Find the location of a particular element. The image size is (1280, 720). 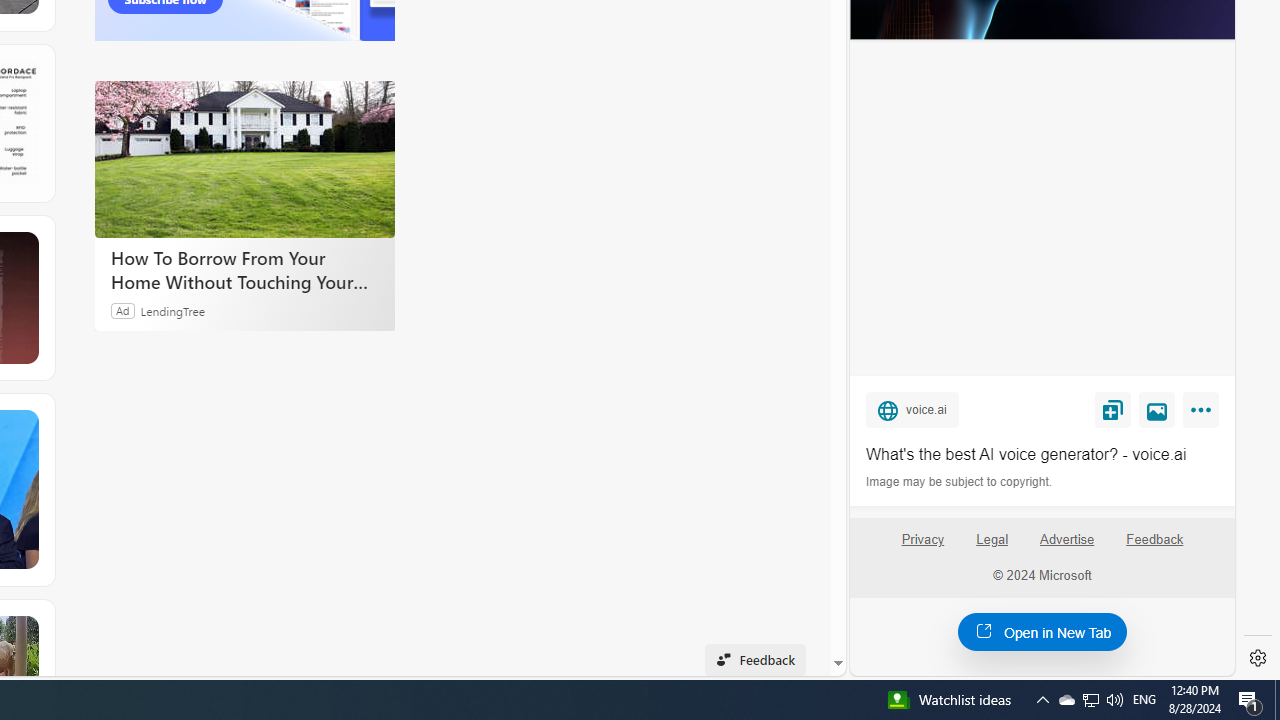

'voice.ai' is located at coordinates (911, 408).